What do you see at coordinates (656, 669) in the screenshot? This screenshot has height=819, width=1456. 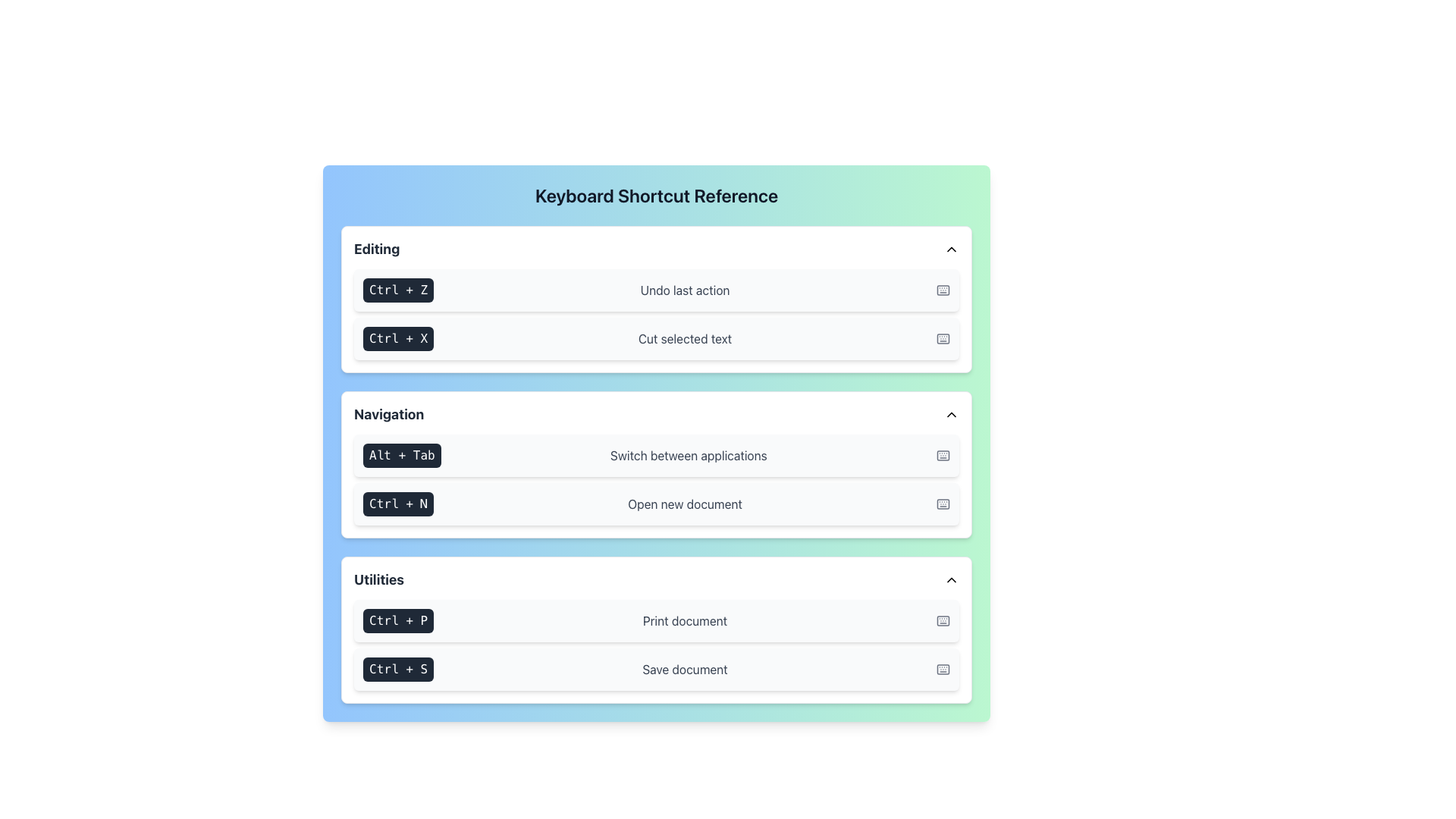 I see `the Keyboard Shortcut Information Block located in the 'Utilities' section, which indicates that pressing 'Ctrl + S' saves the document` at bounding box center [656, 669].